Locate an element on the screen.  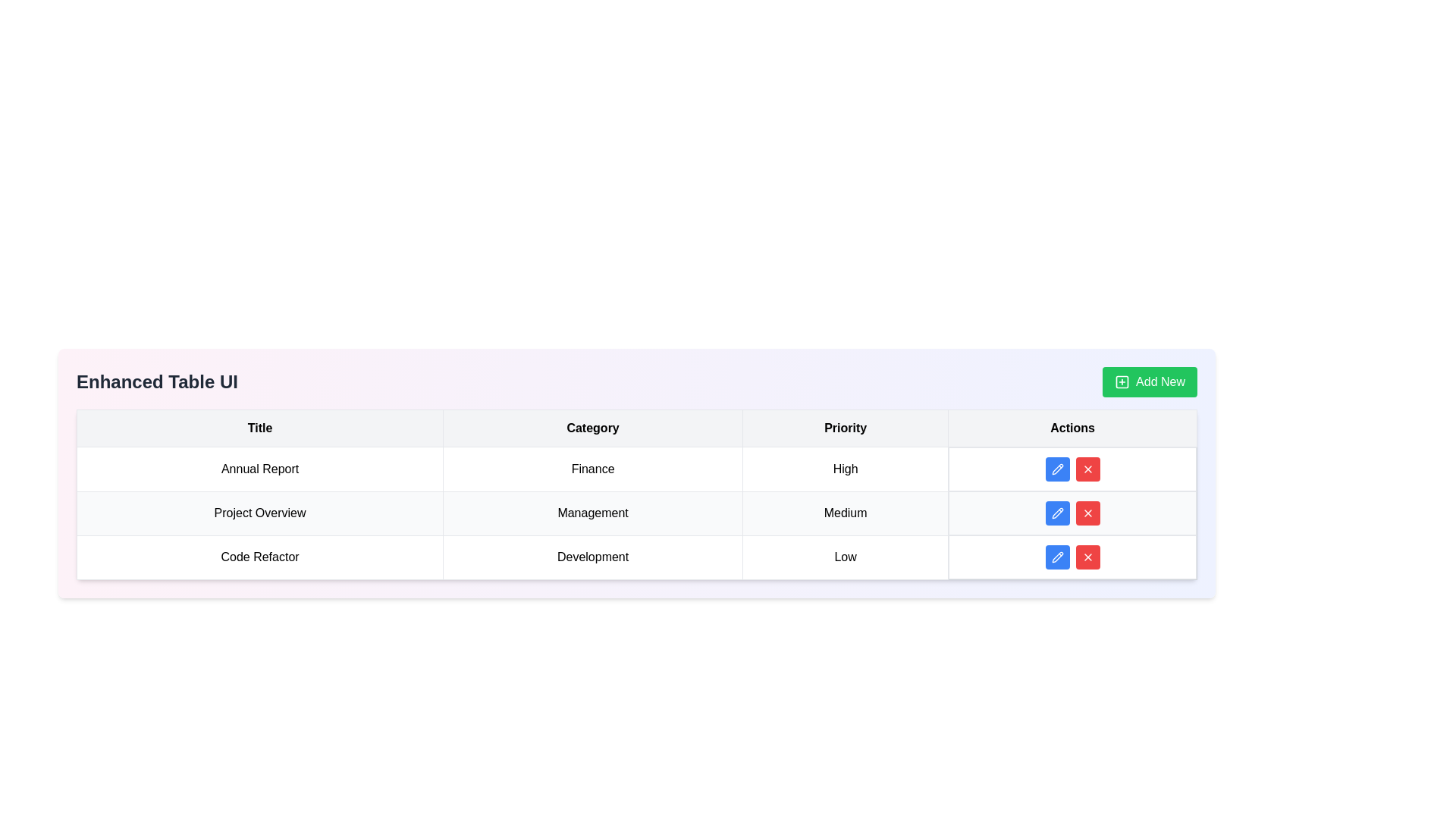
the 'Actions' column header in the table, which is the fourth column header with a gray background and bold black text is located at coordinates (1072, 428).